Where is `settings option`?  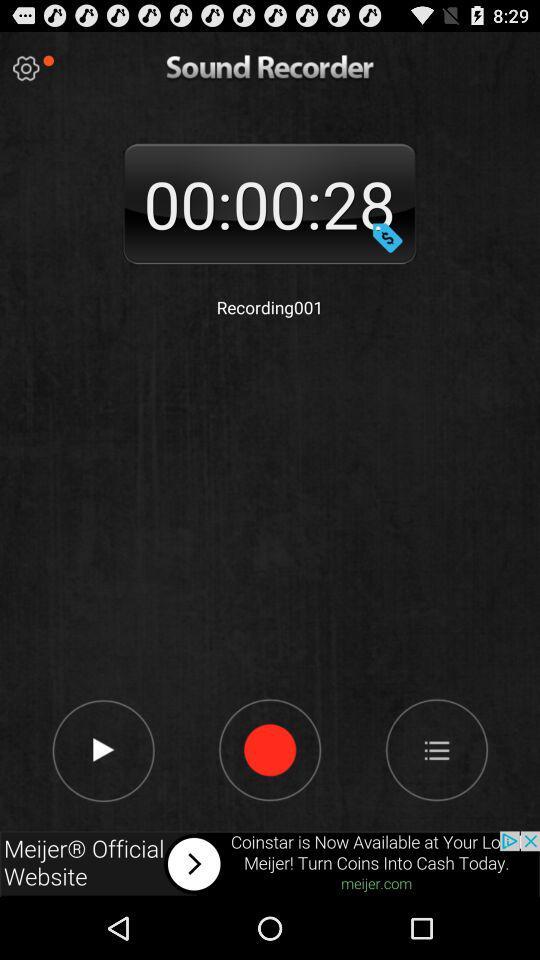 settings option is located at coordinates (25, 68).